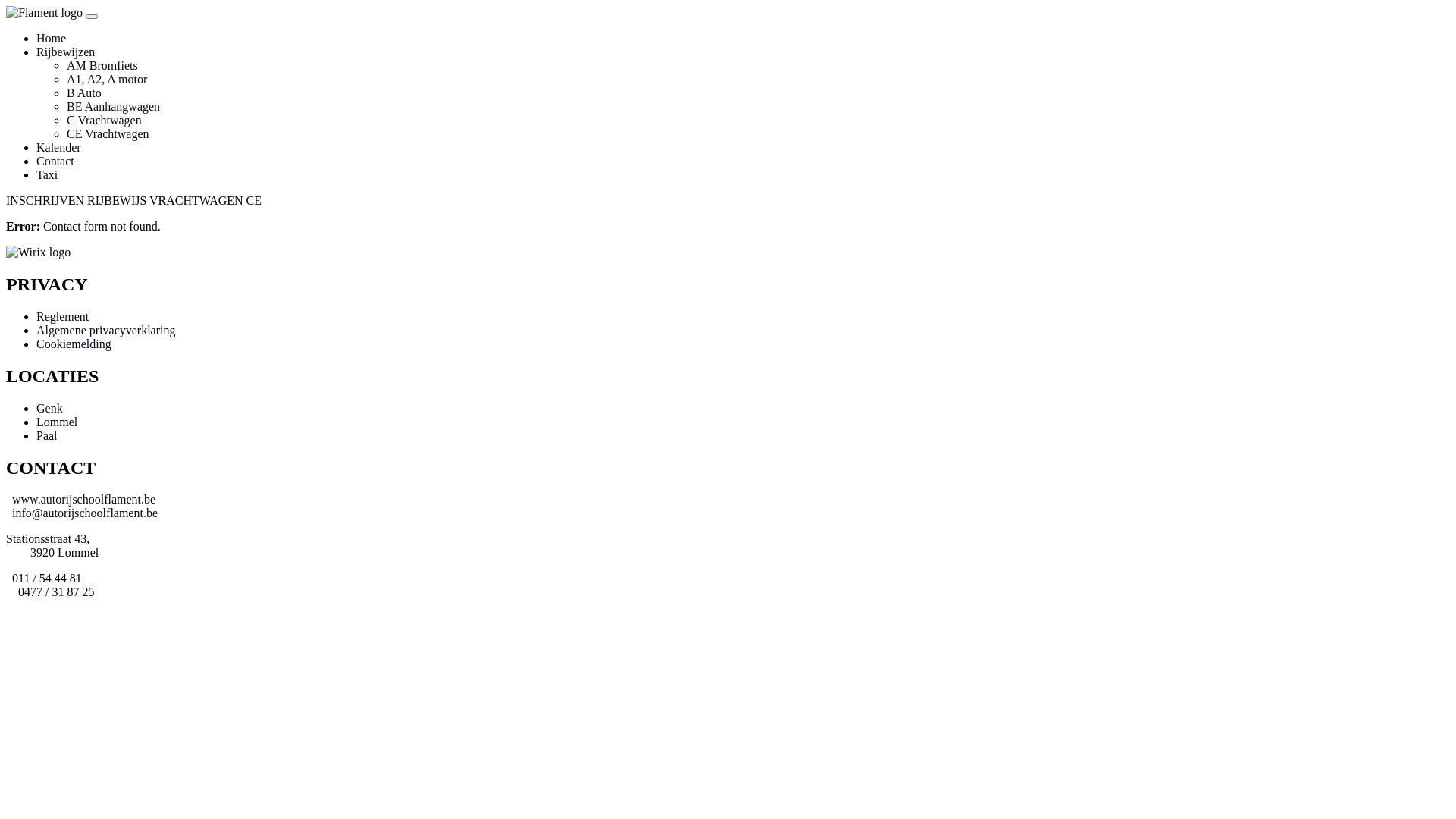 The height and width of the screenshot is (819, 1456). I want to click on 'BE Aanhangwagen', so click(112, 105).